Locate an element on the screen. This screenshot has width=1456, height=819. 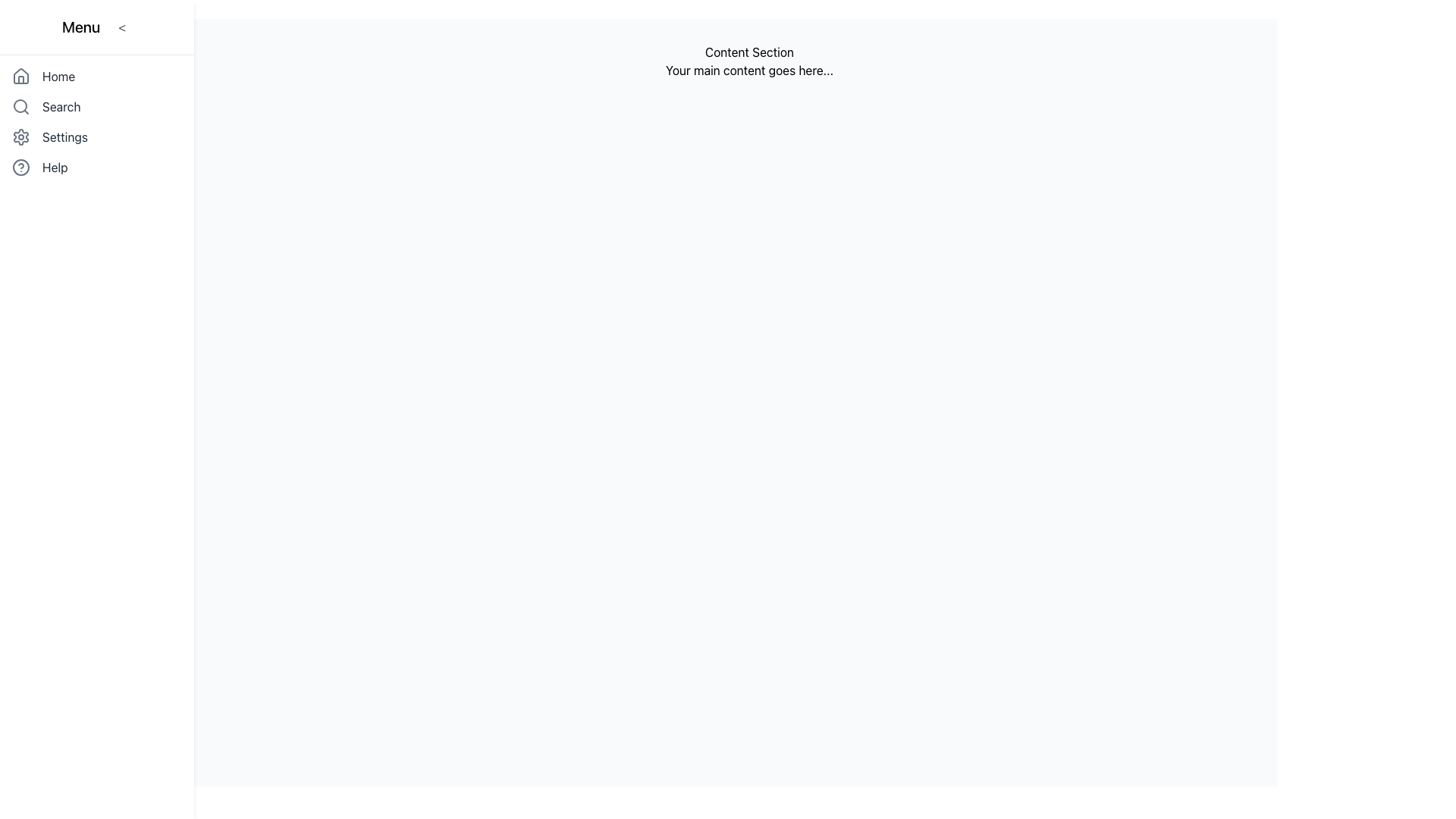
the circular decorative shape representing the magnifying glass in the left sidebar menu is located at coordinates (20, 105).